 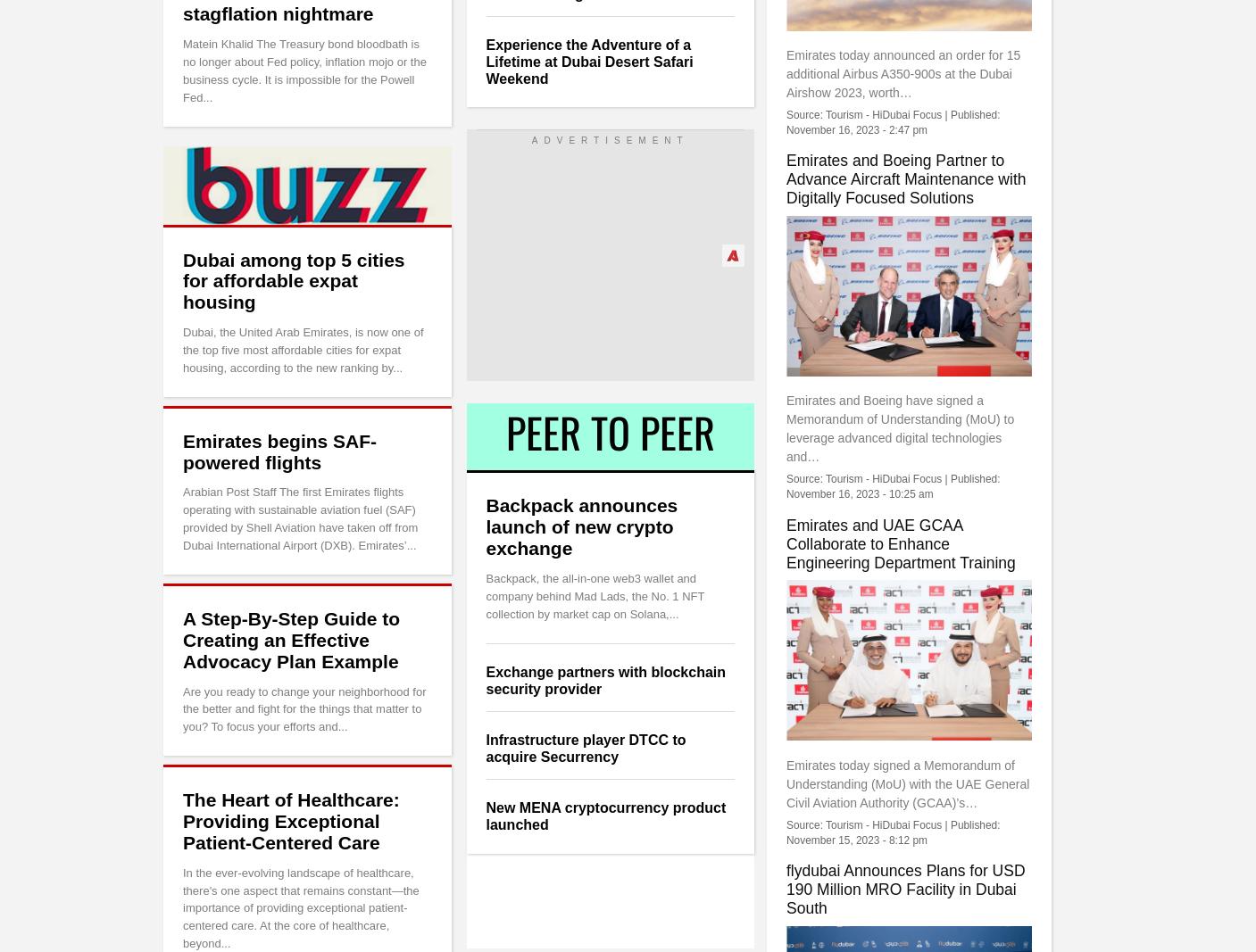 What do you see at coordinates (856, 839) in the screenshot?
I see `'November 15, 2023 - 8:12 pm'` at bounding box center [856, 839].